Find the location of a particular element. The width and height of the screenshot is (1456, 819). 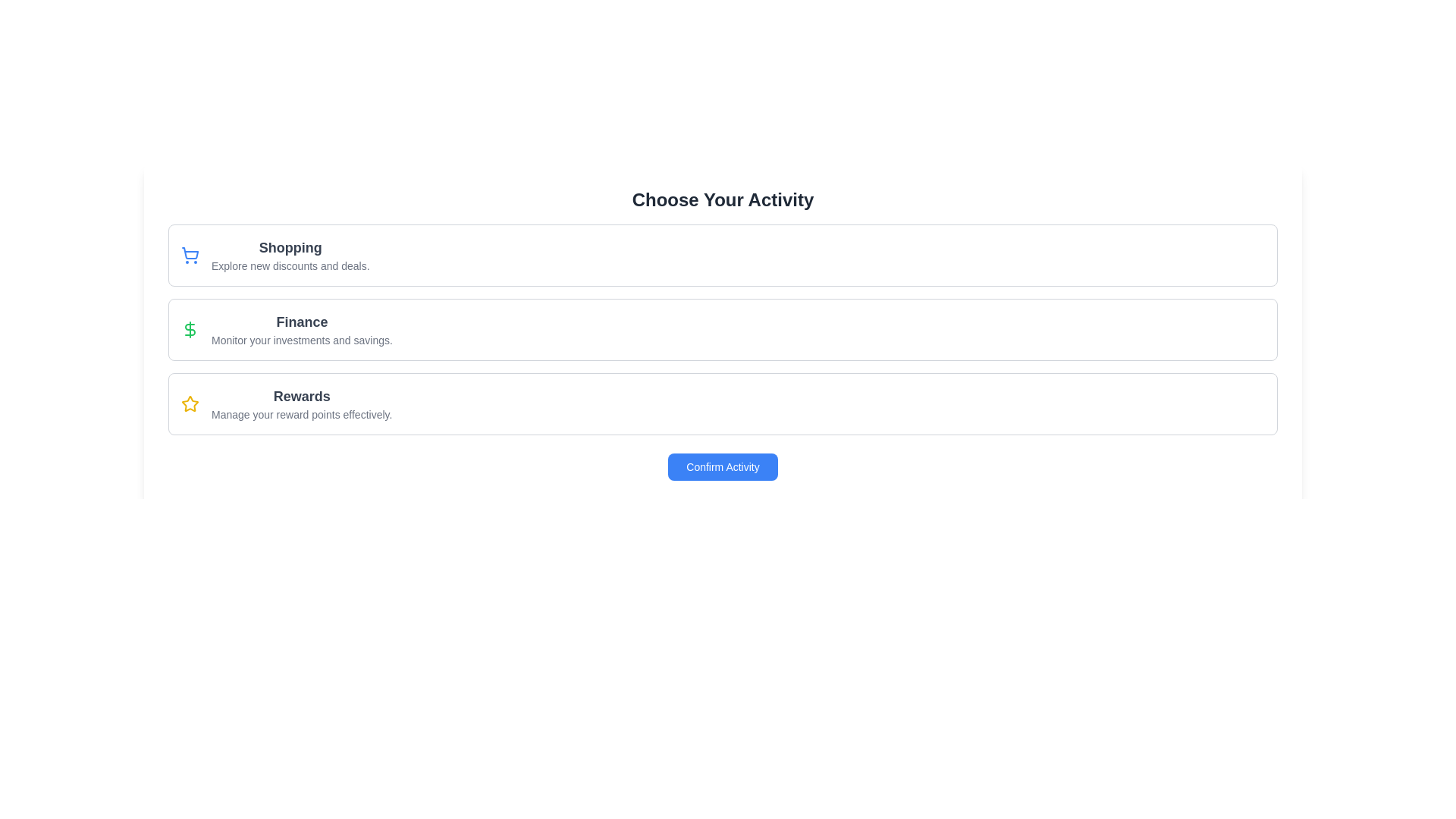

the static text element that reads 'Manage your reward points effectively.', which is styled in gray color and positioned below the 'Rewards' title is located at coordinates (302, 415).